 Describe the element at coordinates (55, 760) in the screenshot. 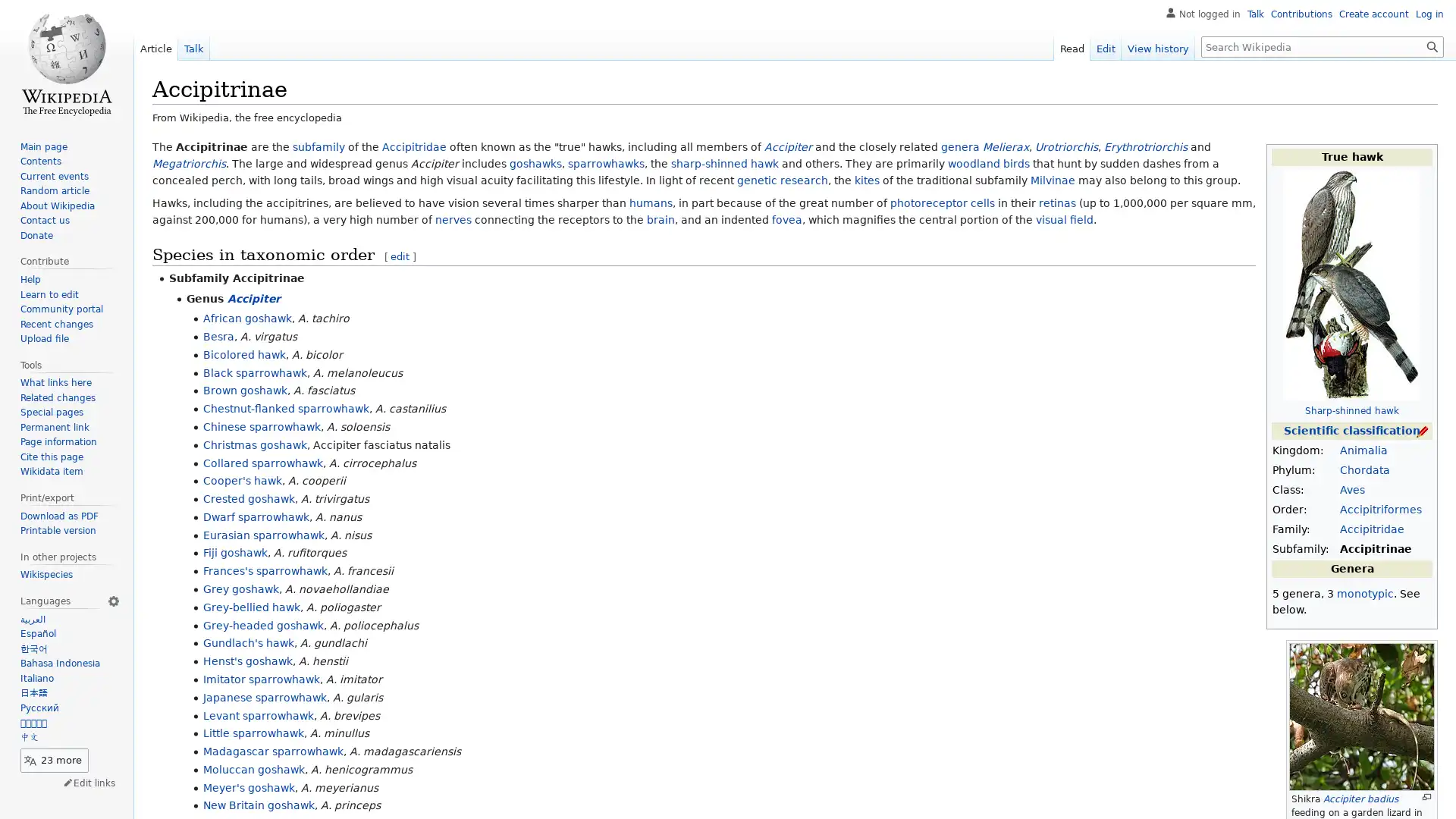

I see `23 more` at that location.